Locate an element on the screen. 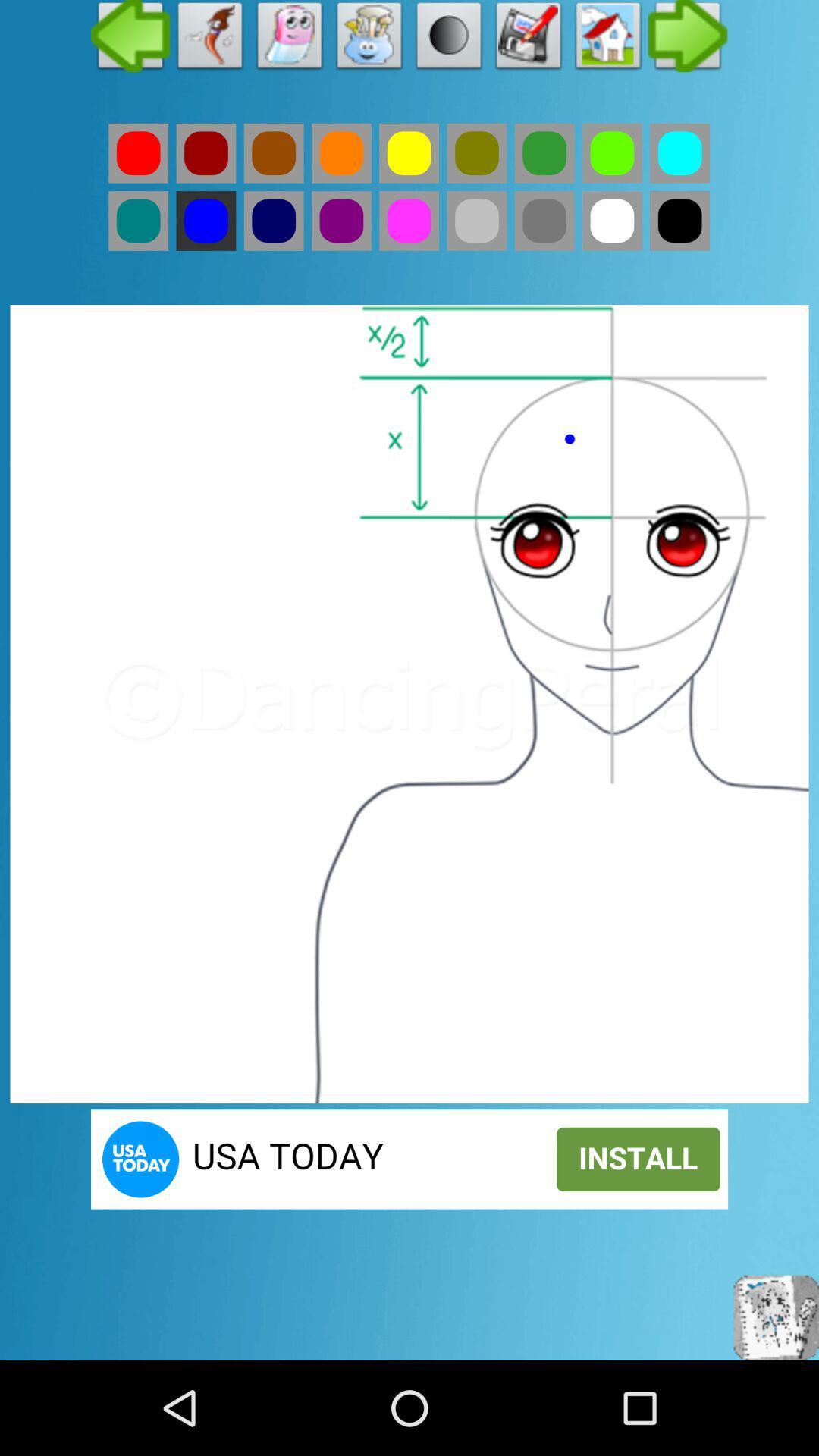 The height and width of the screenshot is (1456, 819). green is located at coordinates (475, 153).